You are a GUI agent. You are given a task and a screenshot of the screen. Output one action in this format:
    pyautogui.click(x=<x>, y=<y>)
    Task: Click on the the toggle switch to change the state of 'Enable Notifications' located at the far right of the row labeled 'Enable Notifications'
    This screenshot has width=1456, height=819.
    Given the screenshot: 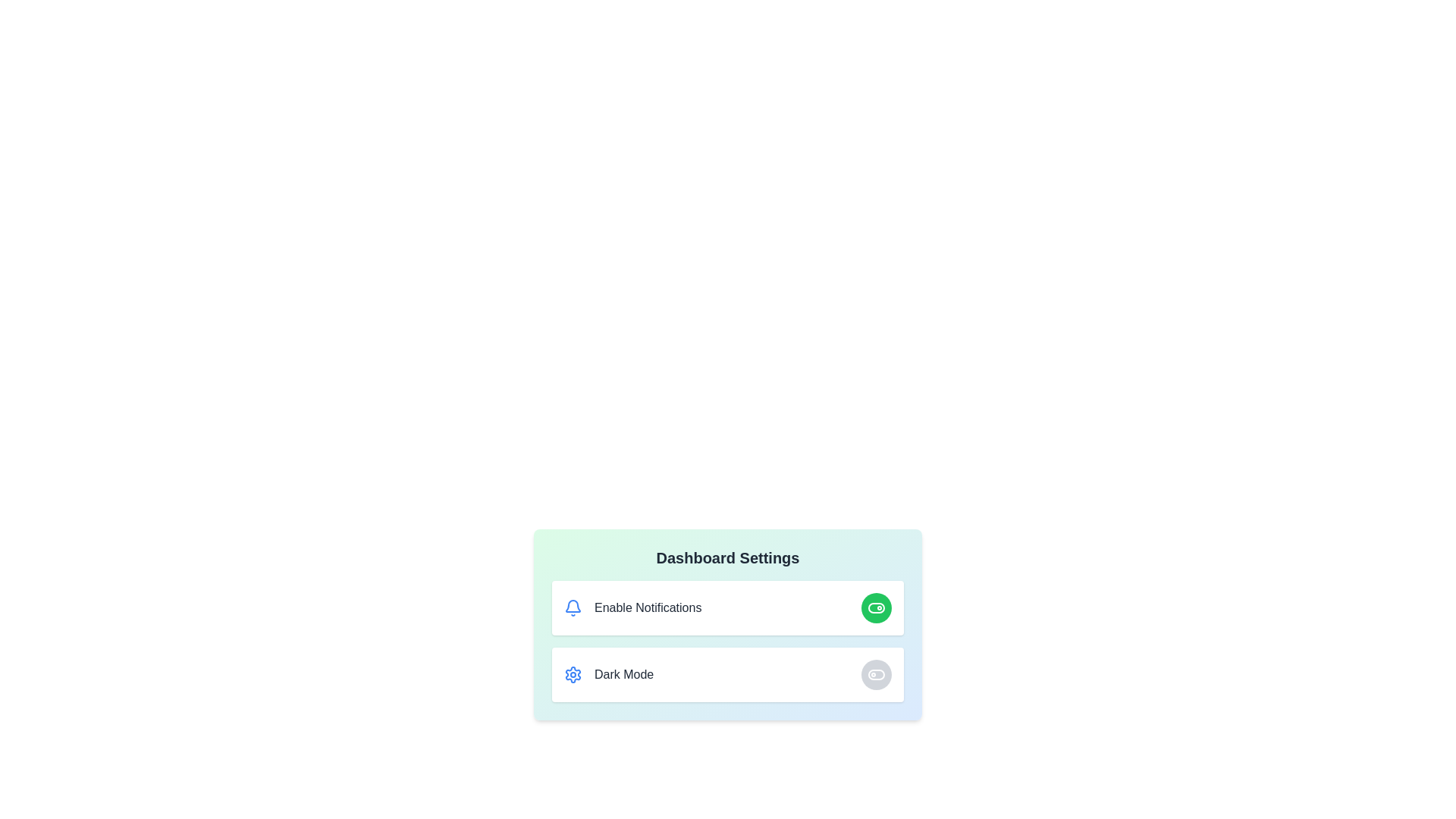 What is the action you would take?
    pyautogui.click(x=877, y=607)
    